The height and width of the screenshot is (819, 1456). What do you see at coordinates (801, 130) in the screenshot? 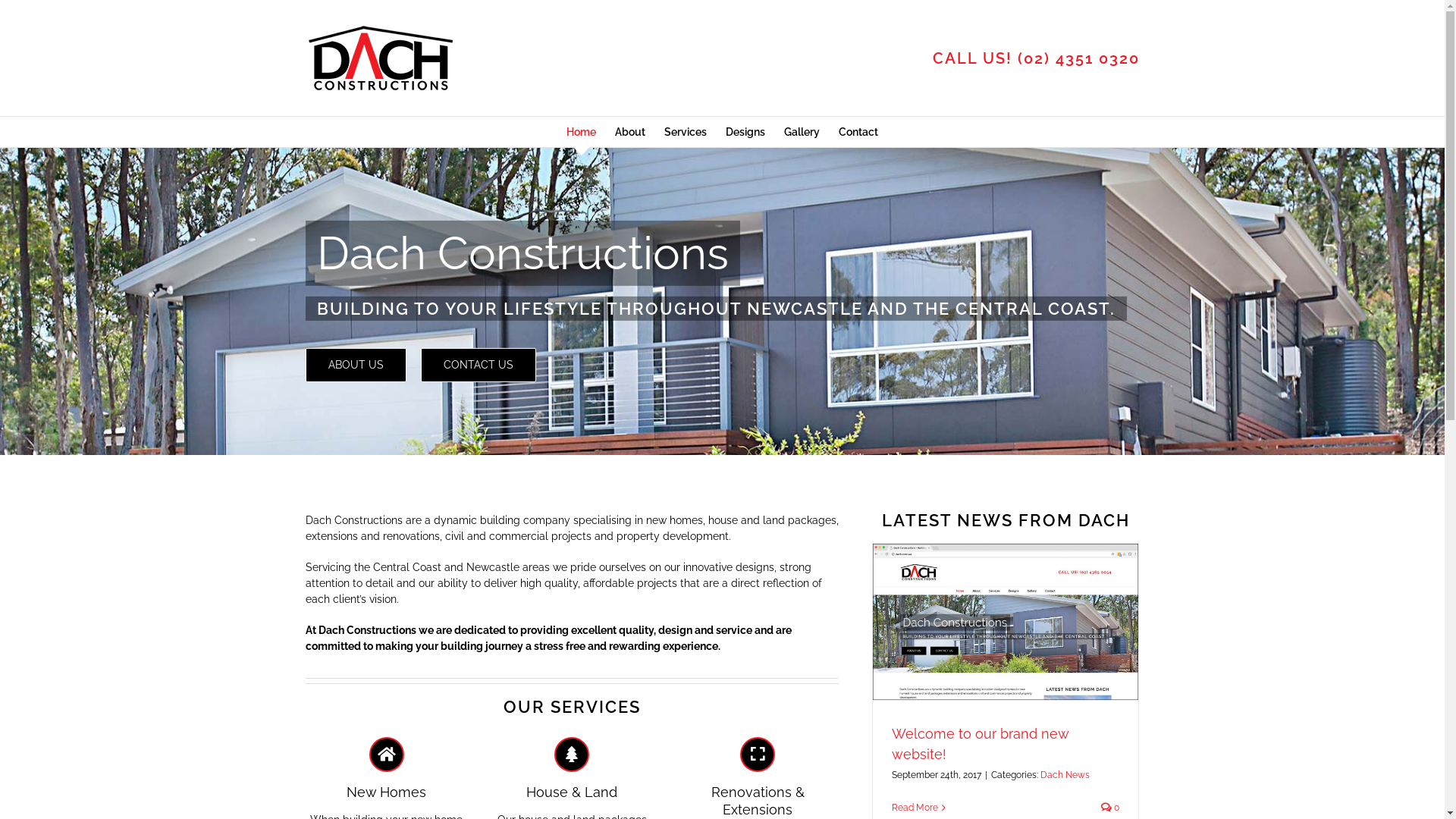
I see `'Gallery'` at bounding box center [801, 130].